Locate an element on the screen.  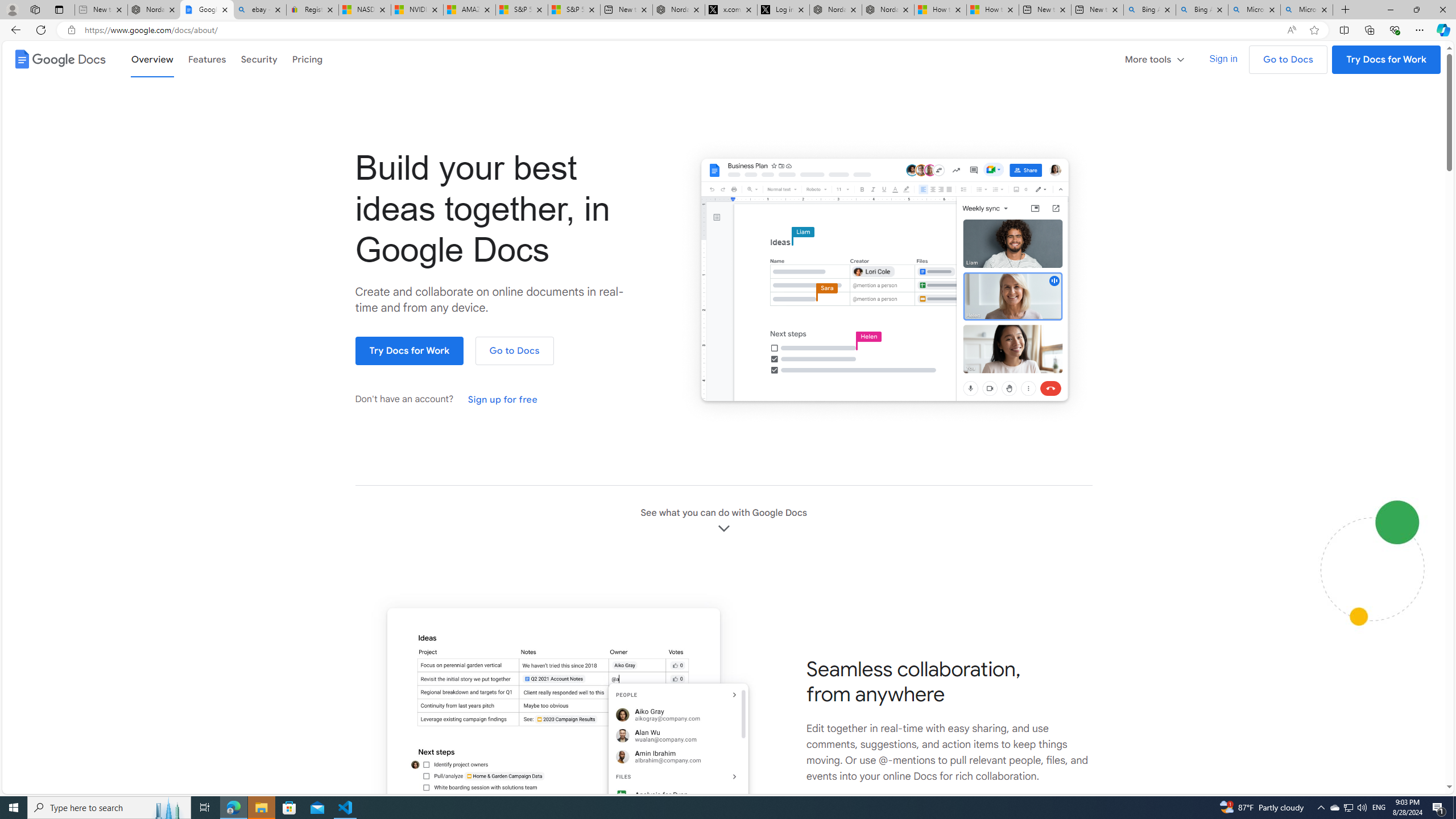
'Google Docs' is located at coordinates (58, 59).